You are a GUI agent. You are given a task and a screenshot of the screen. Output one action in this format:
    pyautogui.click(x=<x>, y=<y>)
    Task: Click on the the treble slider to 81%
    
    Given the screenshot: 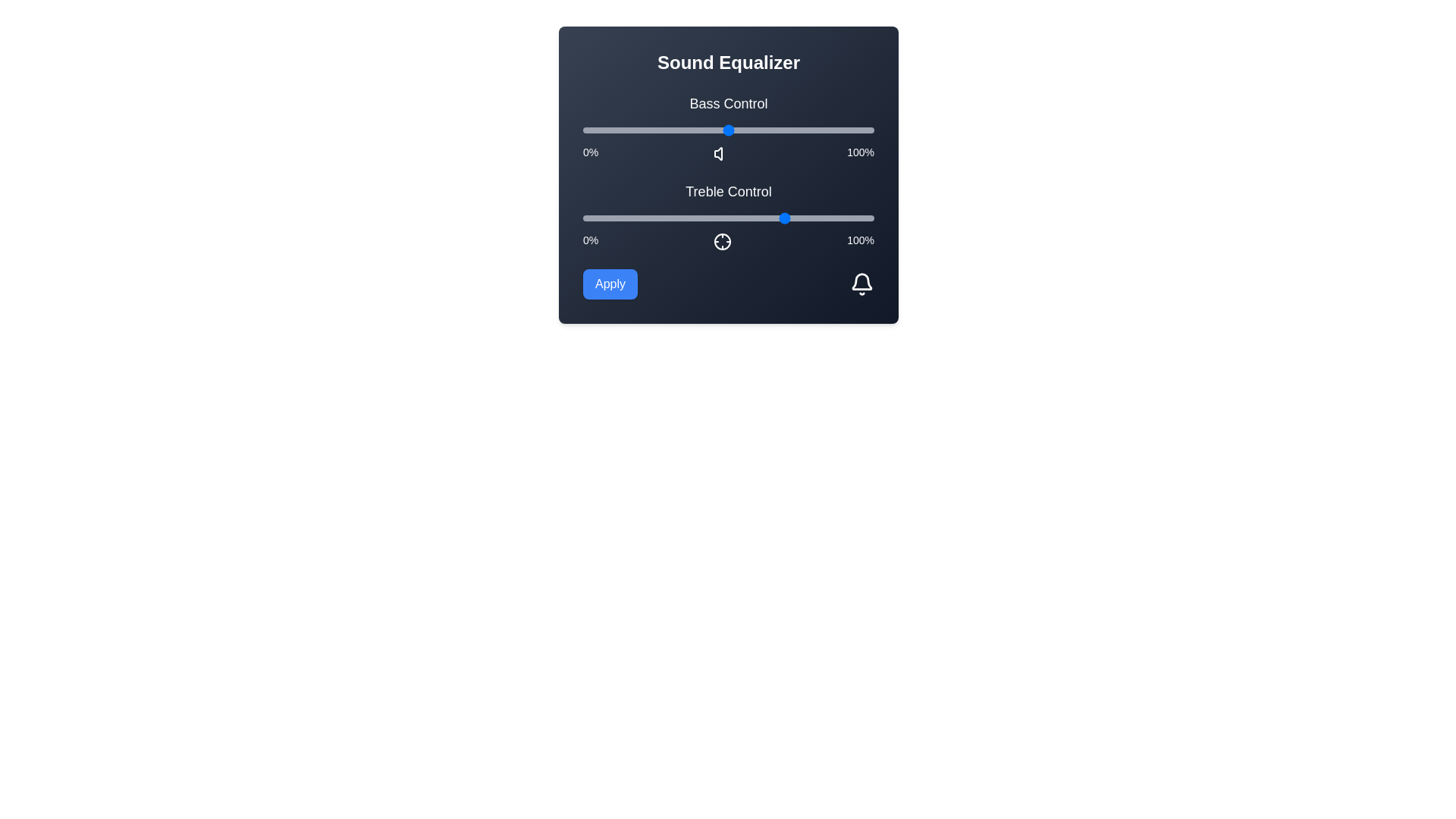 What is the action you would take?
    pyautogui.click(x=818, y=218)
    